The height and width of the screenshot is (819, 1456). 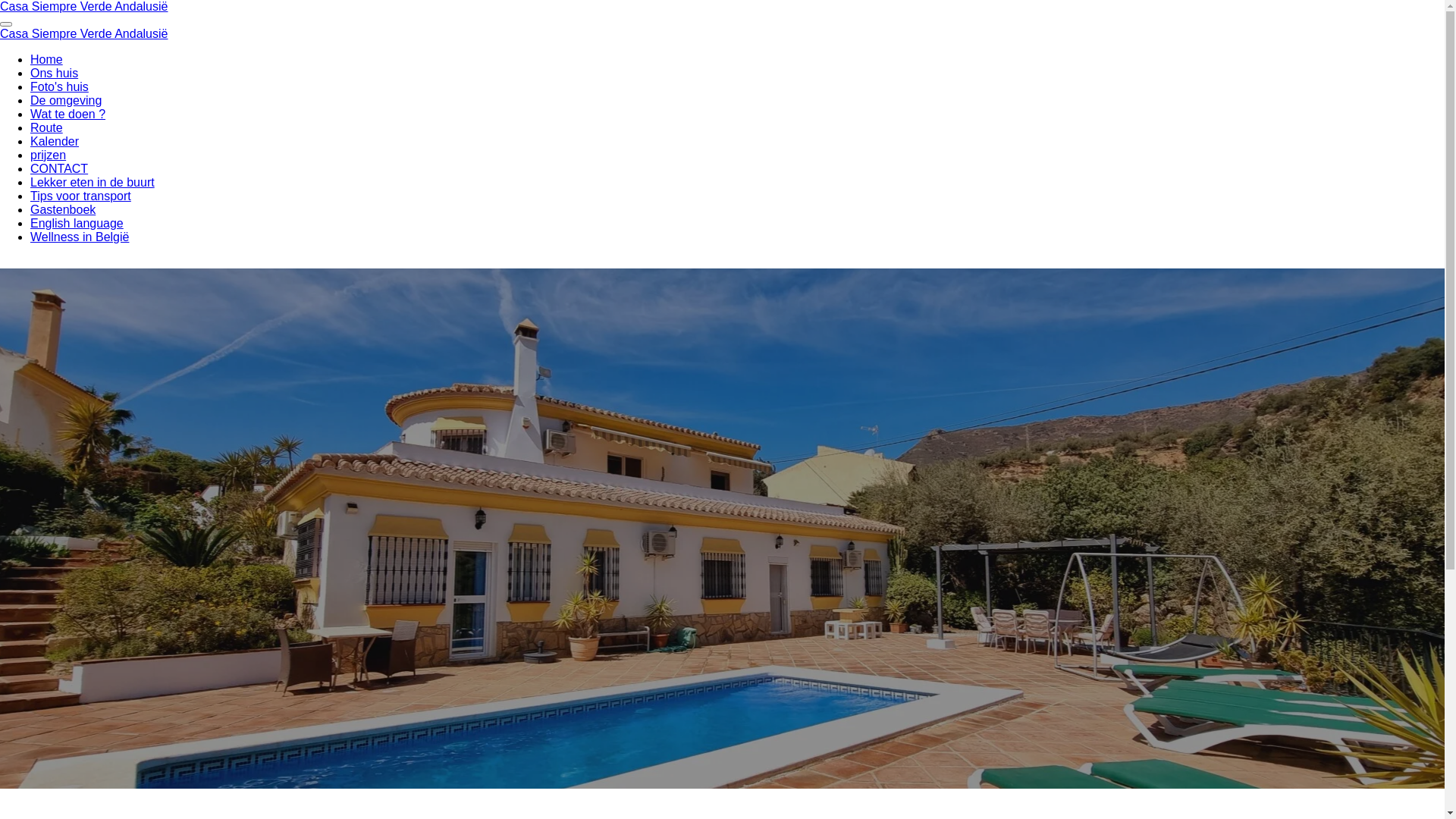 I want to click on 'De omgeving', so click(x=64, y=100).